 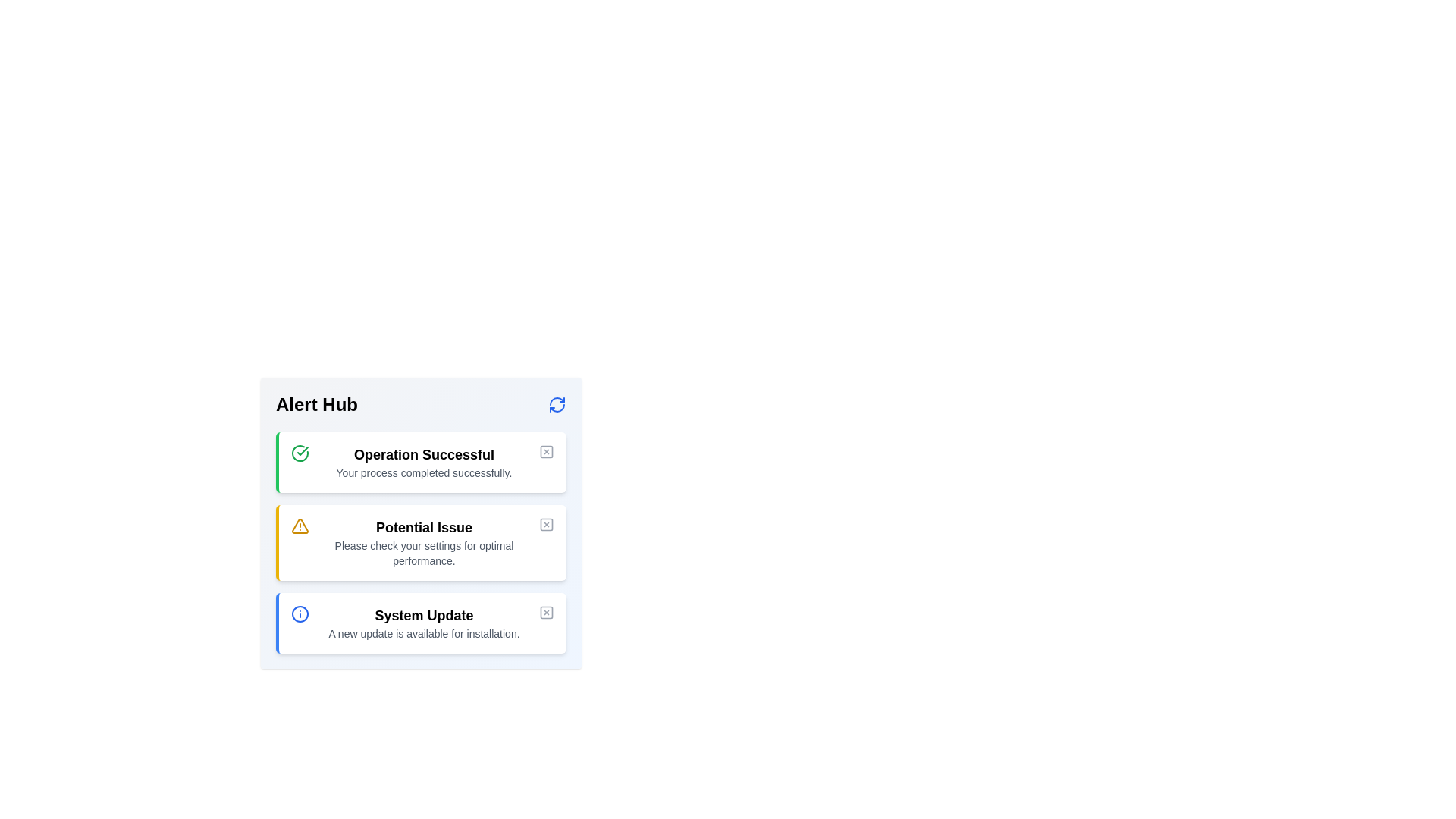 I want to click on the label or heading text in the second alert card within the alert hub interface, which serves as the title or headline for the associated alert, so click(x=424, y=526).